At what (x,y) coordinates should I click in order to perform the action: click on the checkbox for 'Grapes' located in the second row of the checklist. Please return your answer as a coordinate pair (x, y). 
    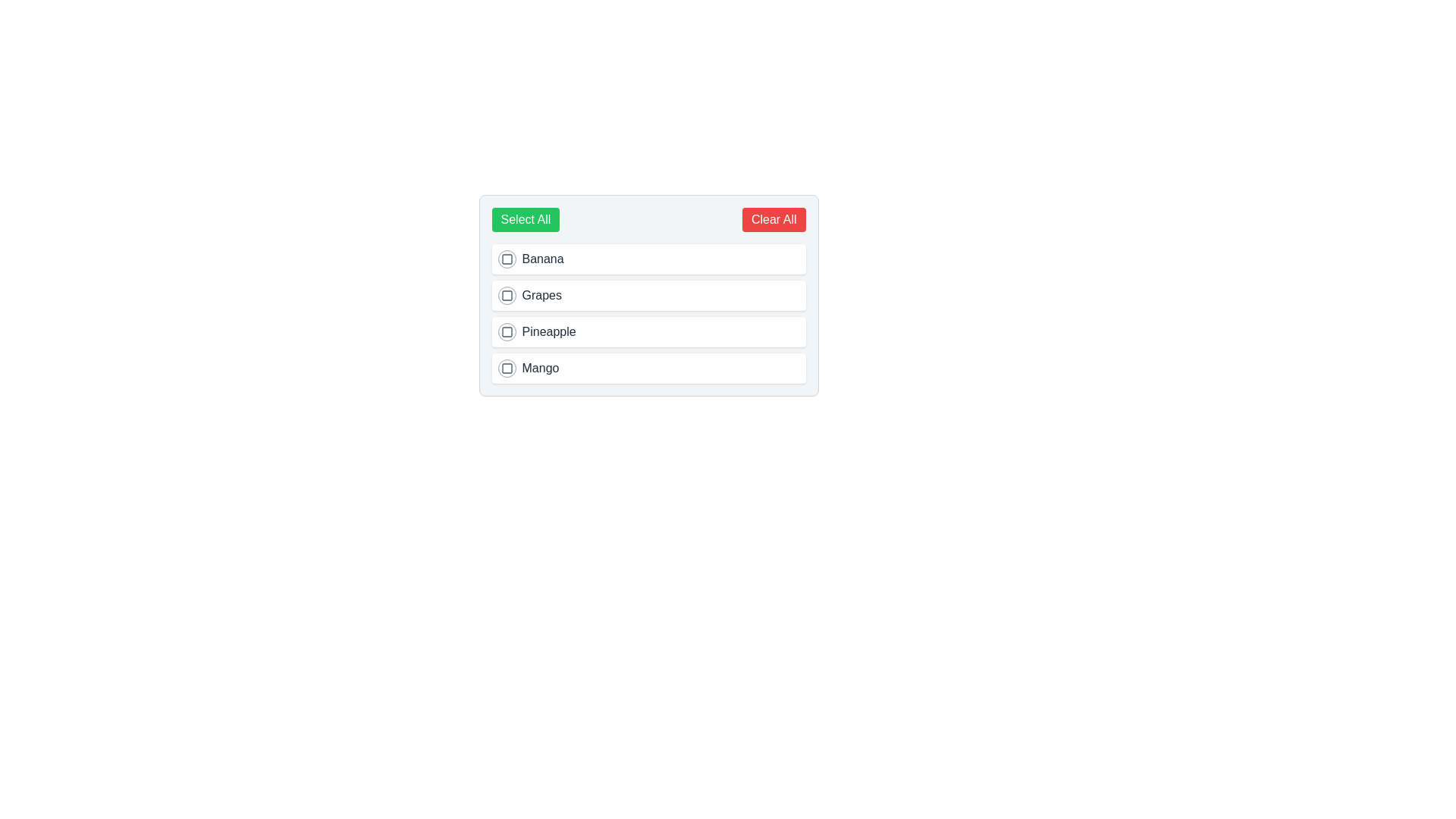
    Looking at the image, I should click on (507, 295).